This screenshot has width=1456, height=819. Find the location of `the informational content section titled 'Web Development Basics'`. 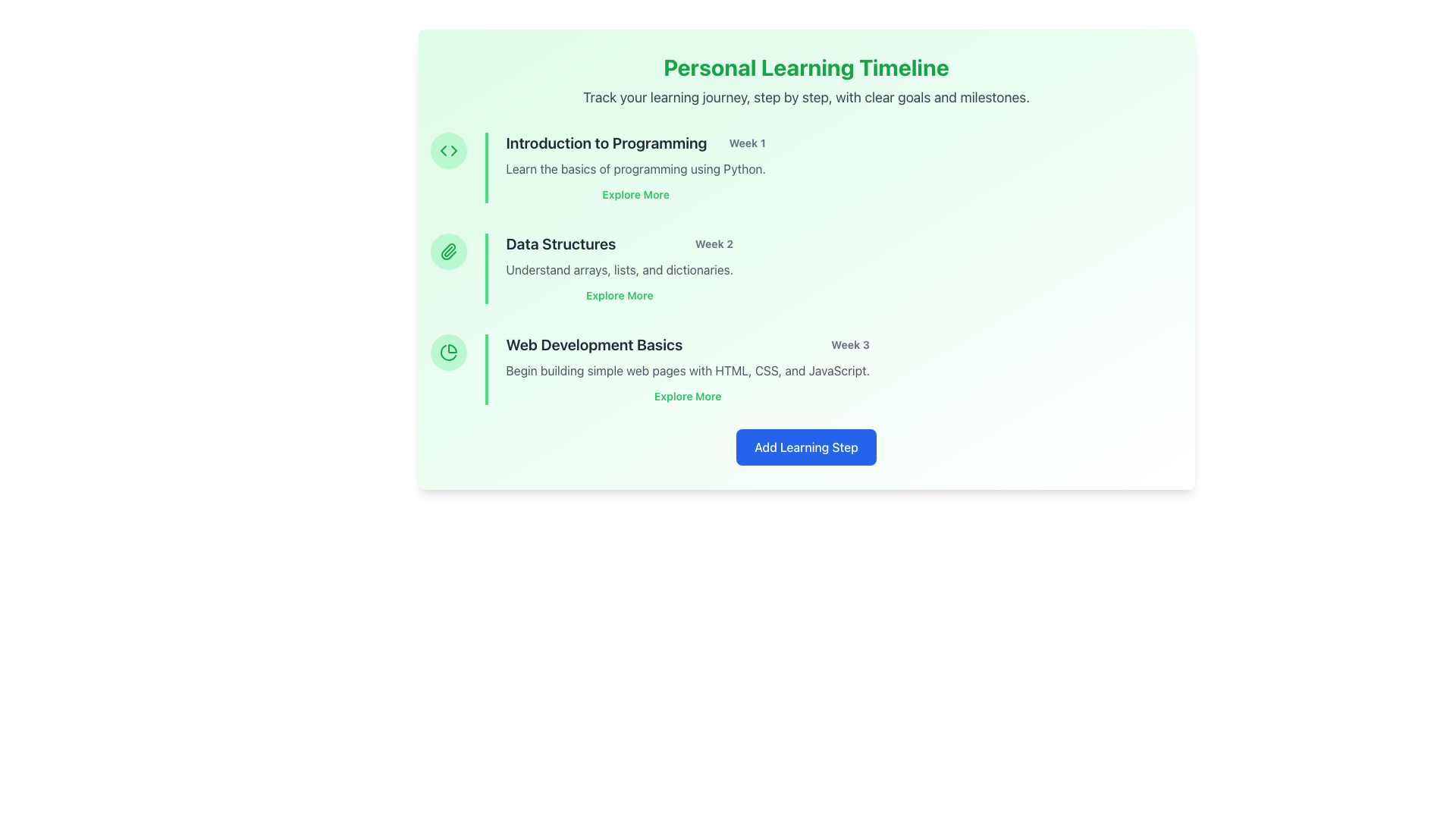

the informational content section titled 'Web Development Basics' is located at coordinates (676, 369).